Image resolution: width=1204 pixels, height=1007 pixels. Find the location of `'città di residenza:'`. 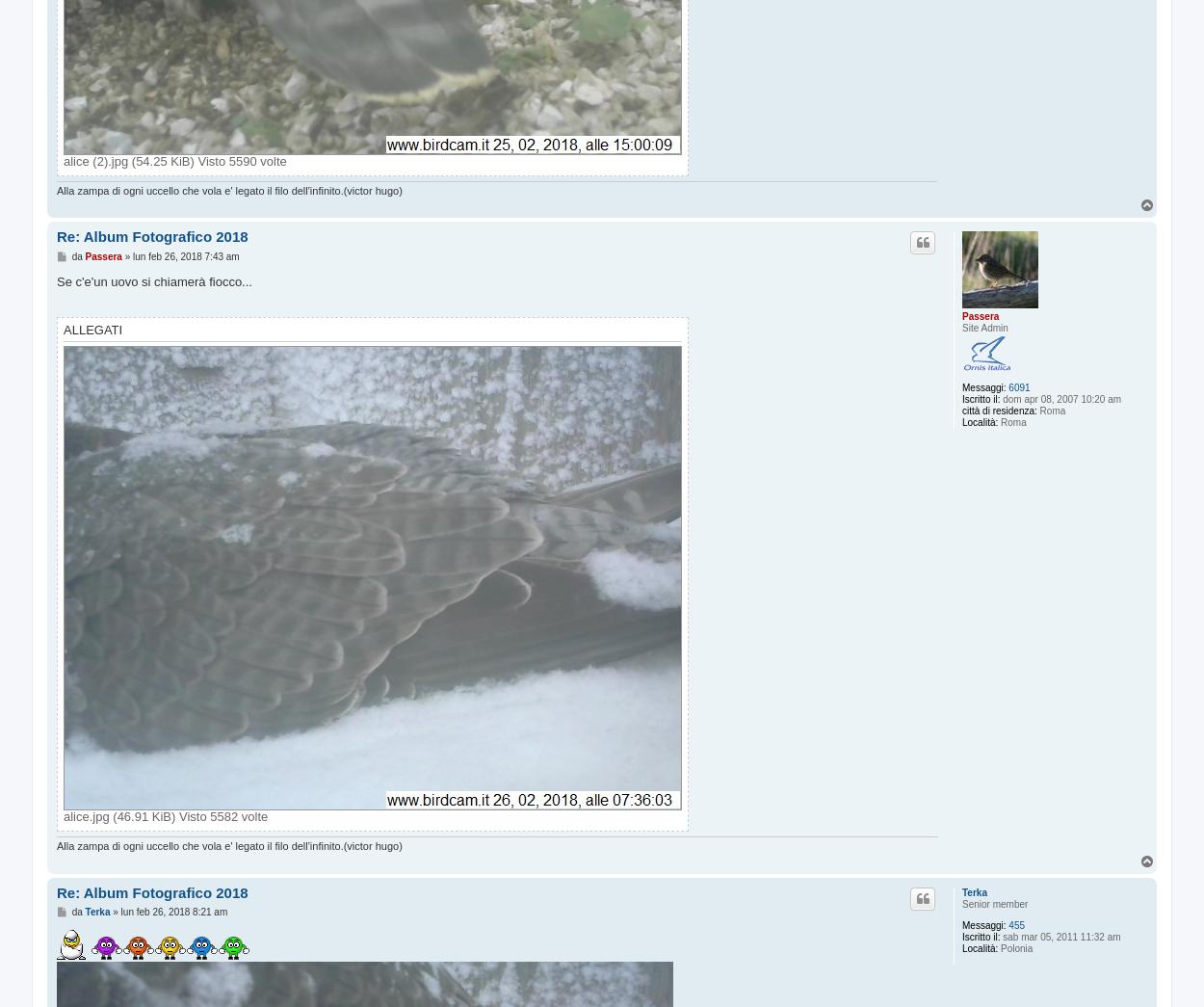

'città di residenza:' is located at coordinates (999, 411).